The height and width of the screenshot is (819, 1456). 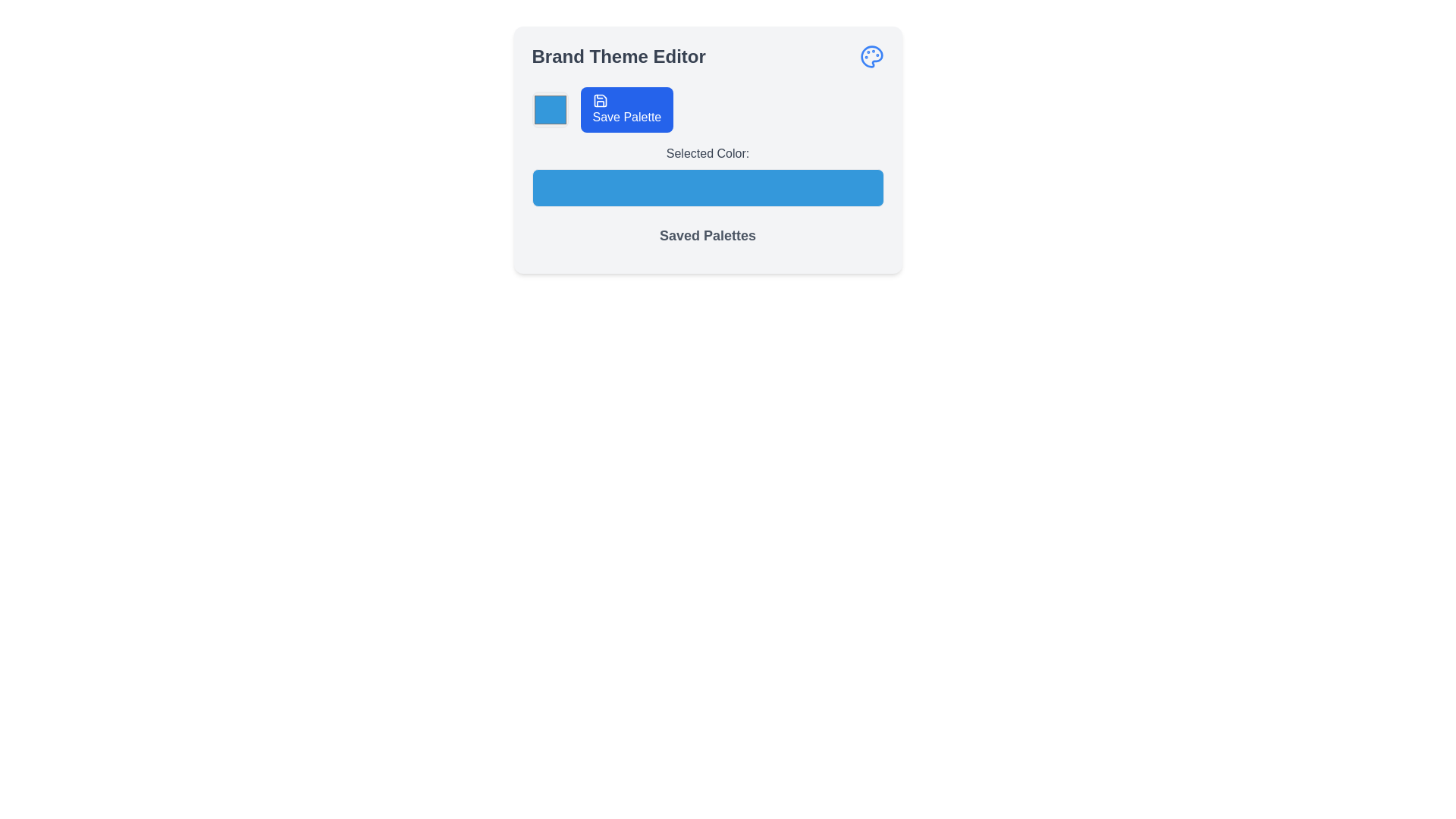 I want to click on the static title or heading located at the top-left area of the card-like section, adjacent to an icon on its right, so click(x=619, y=55).